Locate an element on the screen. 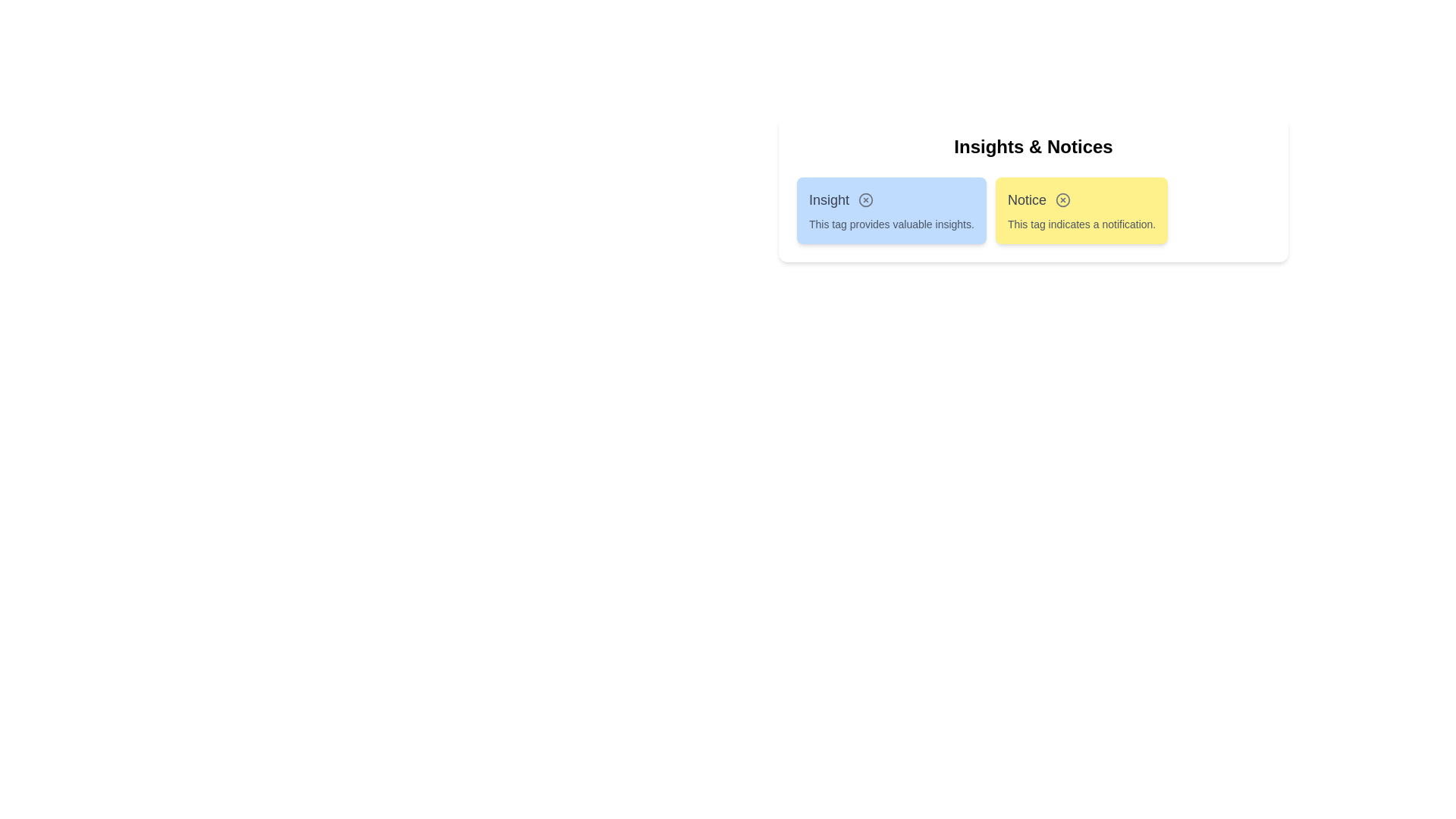 This screenshot has width=1456, height=819. the tag Insight to read its description is located at coordinates (892, 210).